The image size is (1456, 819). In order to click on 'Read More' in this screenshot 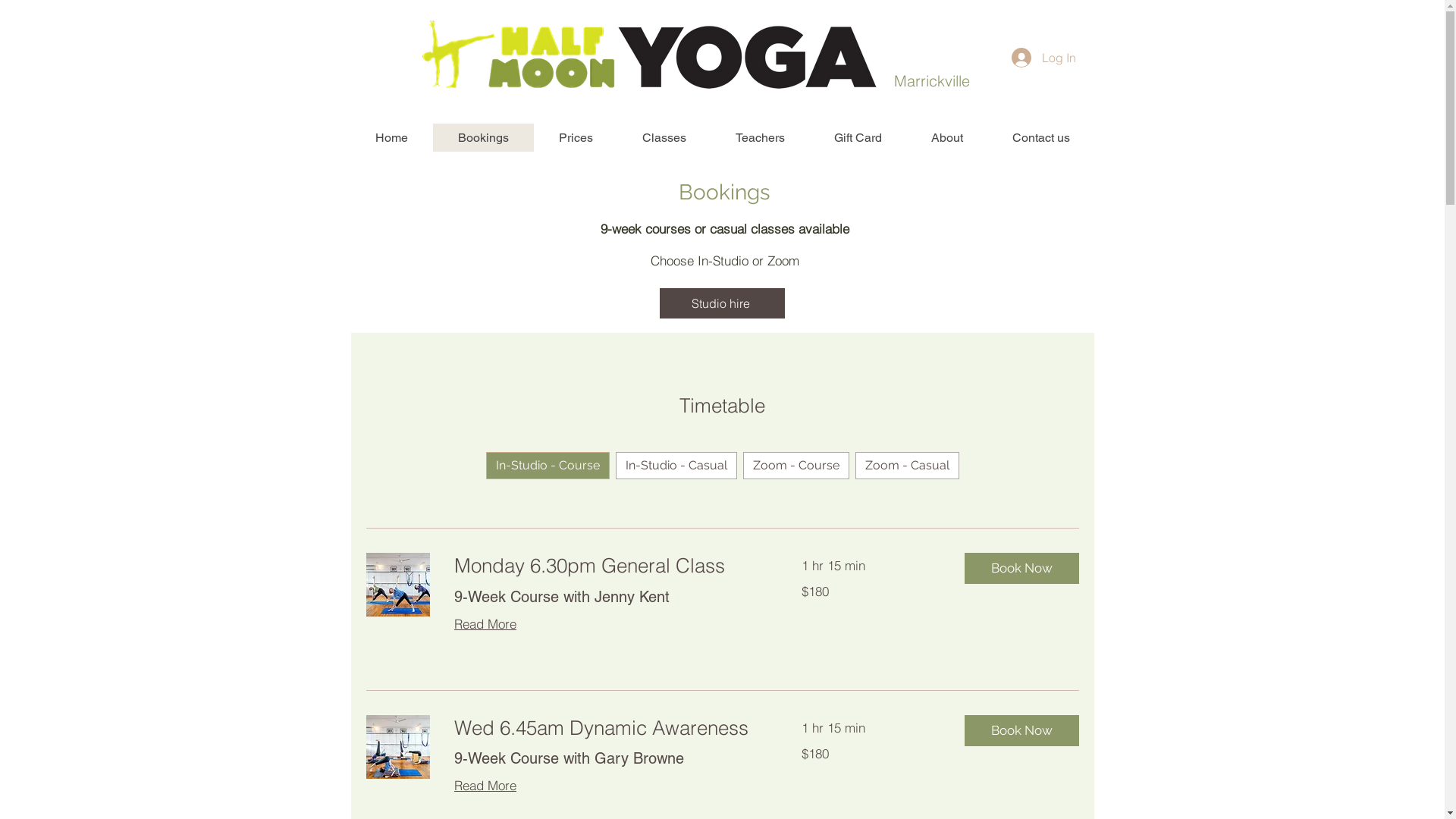, I will do `click(483, 623)`.